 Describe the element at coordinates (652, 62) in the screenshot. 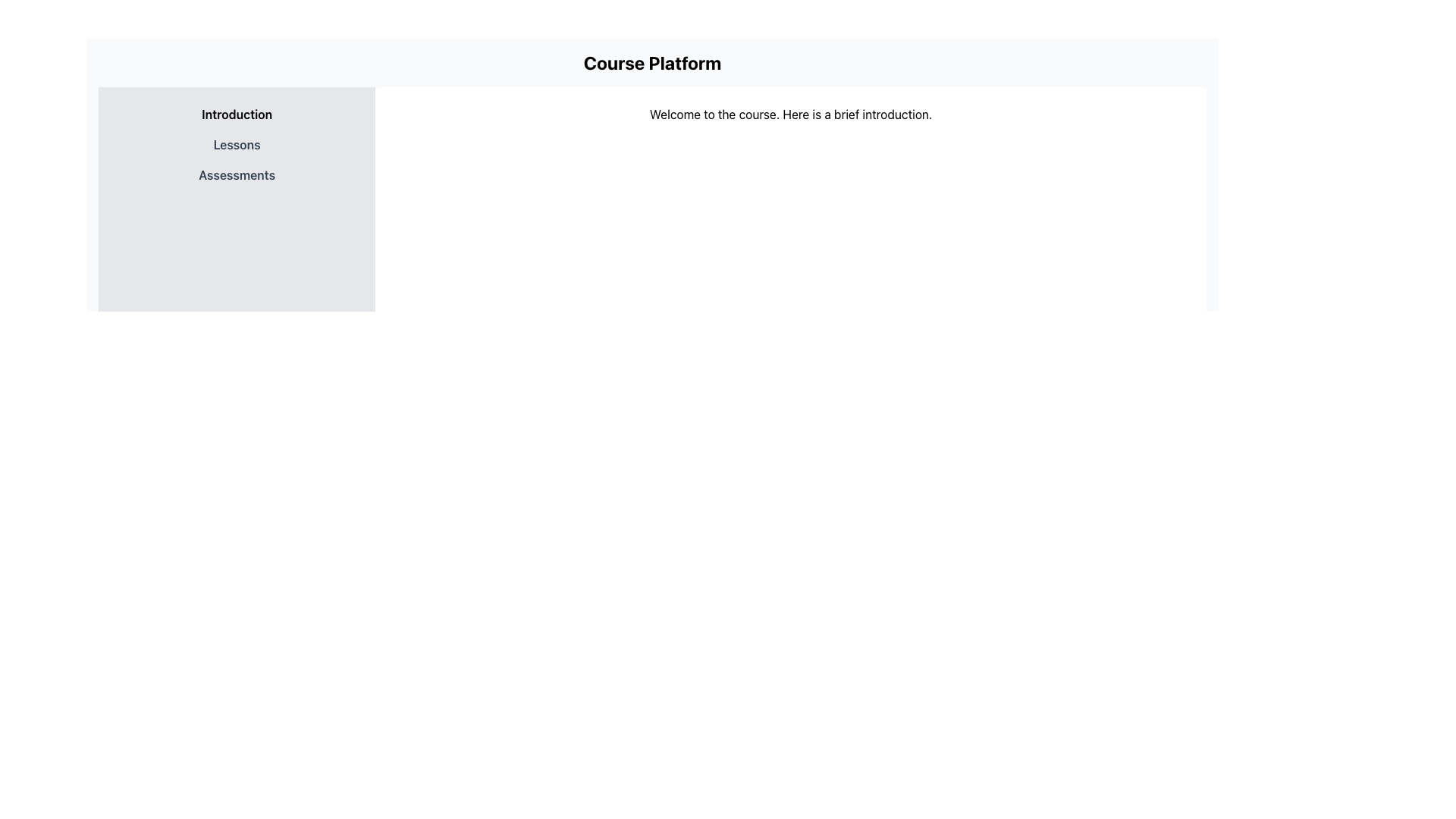

I see `the Text Label at the top center of the interface that serves as the title or heading for the page` at that location.